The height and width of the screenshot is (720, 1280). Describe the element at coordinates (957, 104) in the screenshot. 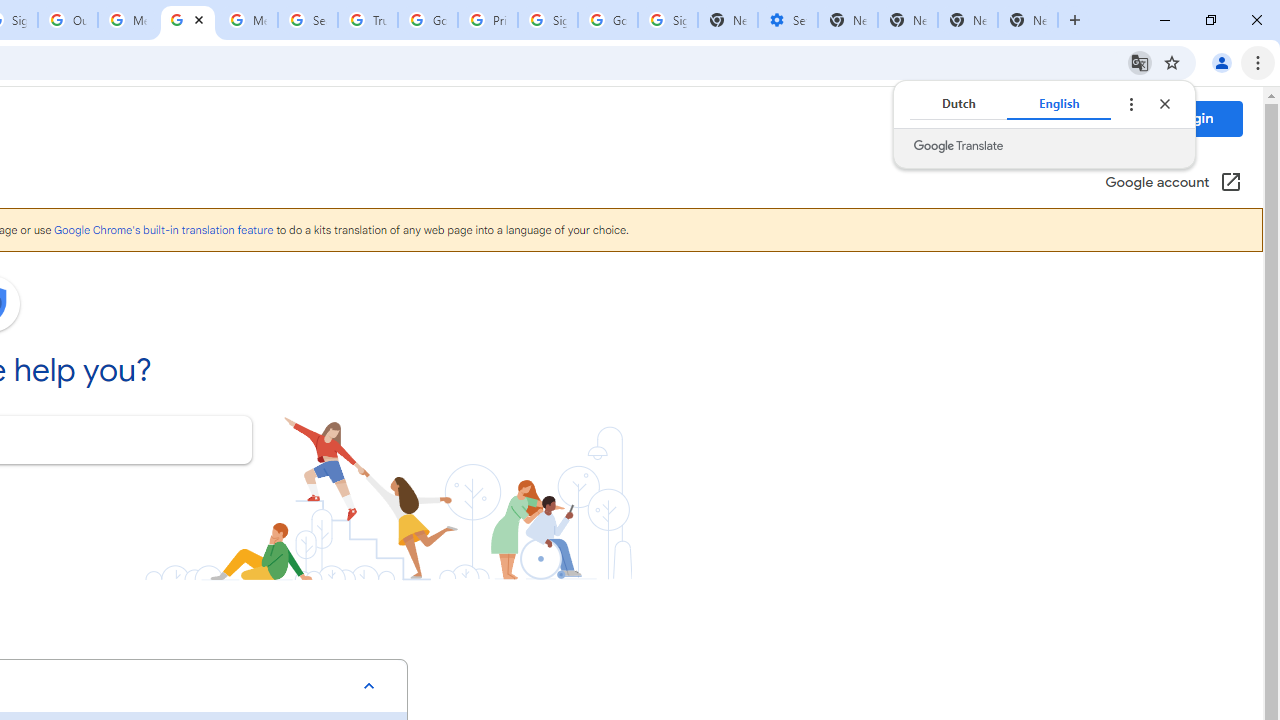

I see `'Dutch'` at that location.